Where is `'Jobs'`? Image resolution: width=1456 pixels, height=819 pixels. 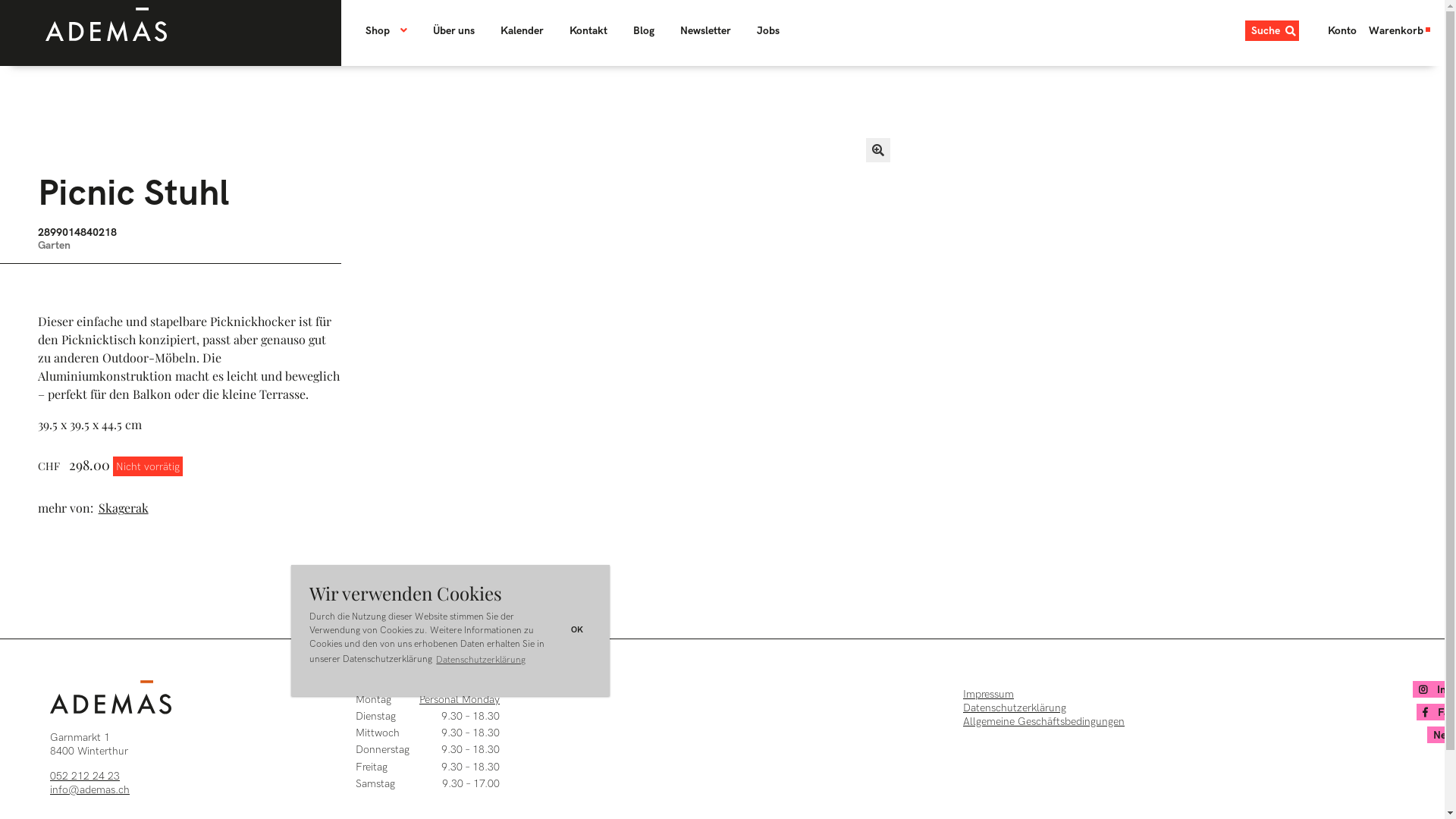 'Jobs' is located at coordinates (767, 30).